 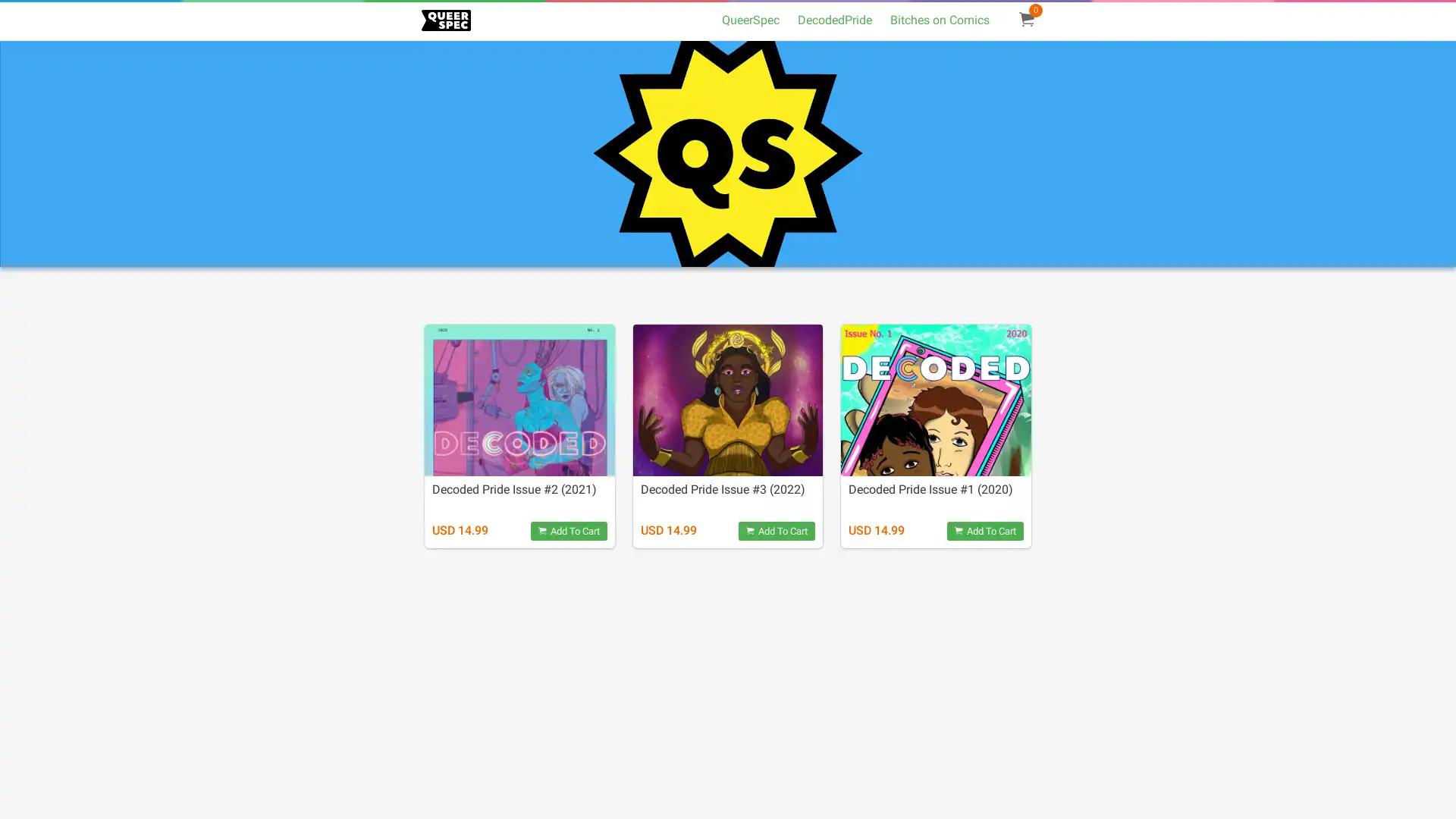 I want to click on Add To Cart, so click(x=567, y=530).